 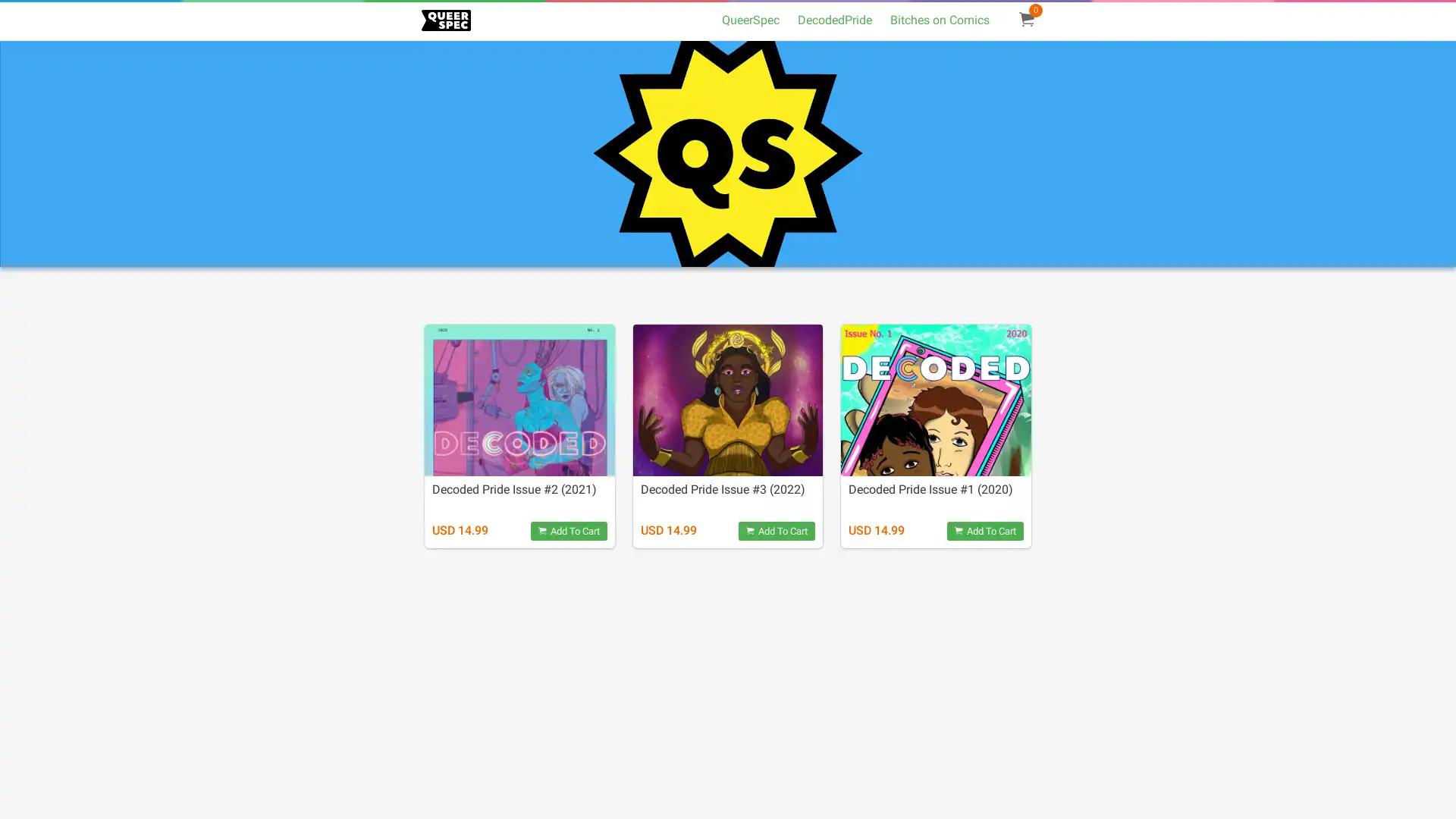 I want to click on Add To Cart, so click(x=567, y=530).